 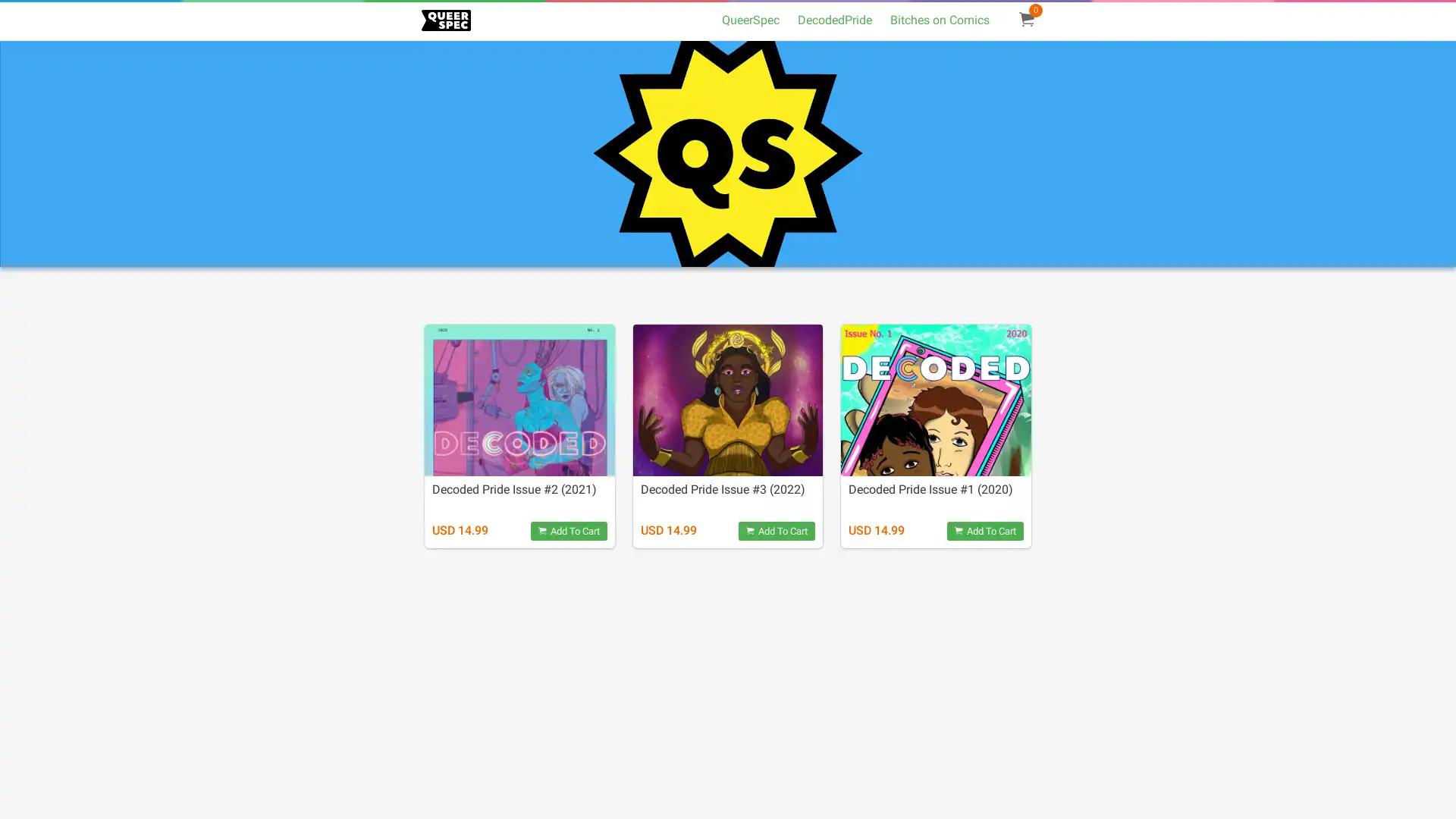 I want to click on Add To Cart, so click(x=567, y=530).